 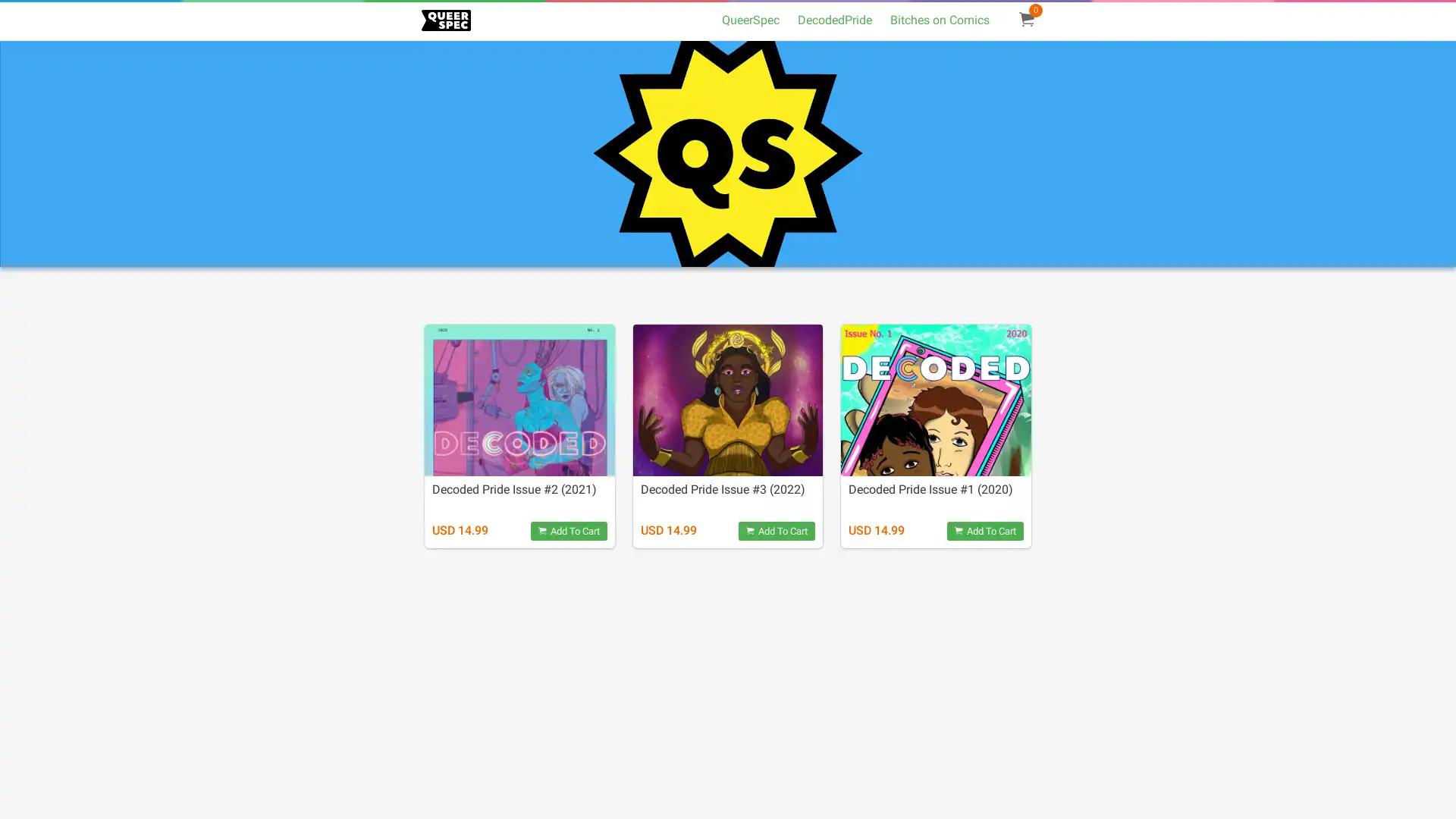 I want to click on Add To Cart, so click(x=567, y=530).